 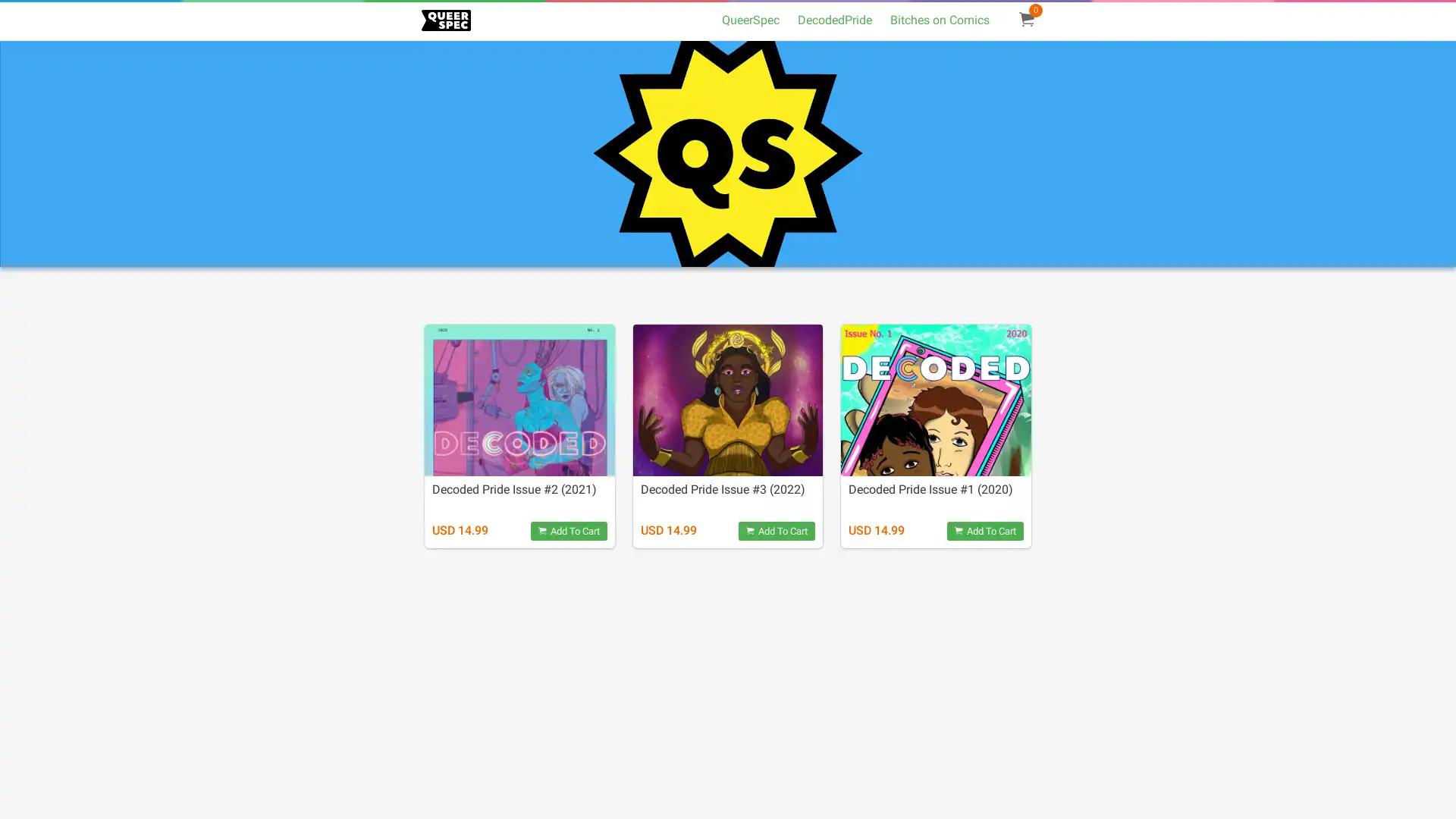 I want to click on Add To Cart, so click(x=567, y=530).